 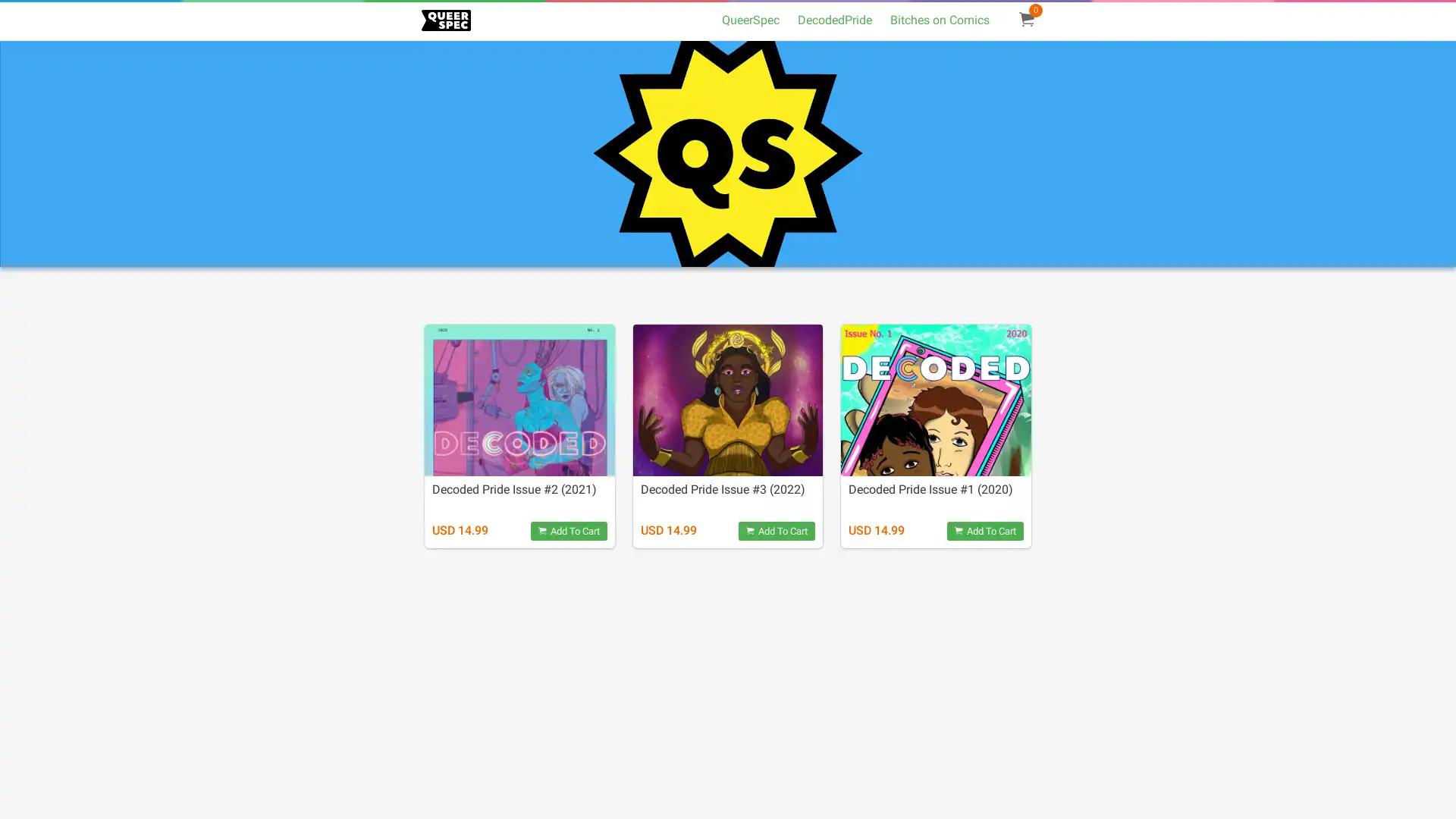 I want to click on Add To Cart, so click(x=567, y=530).